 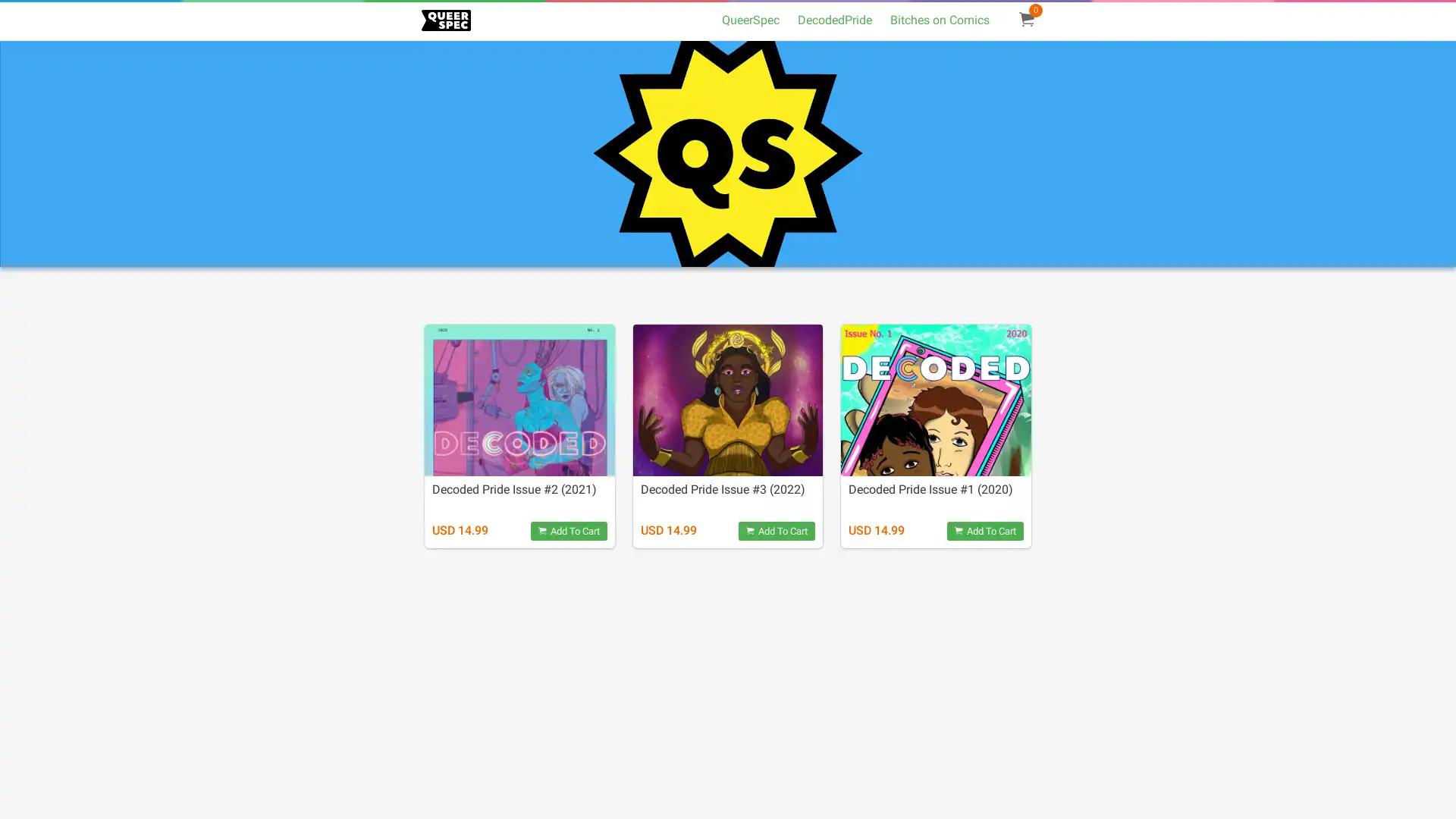 I want to click on Add To Cart, so click(x=567, y=530).